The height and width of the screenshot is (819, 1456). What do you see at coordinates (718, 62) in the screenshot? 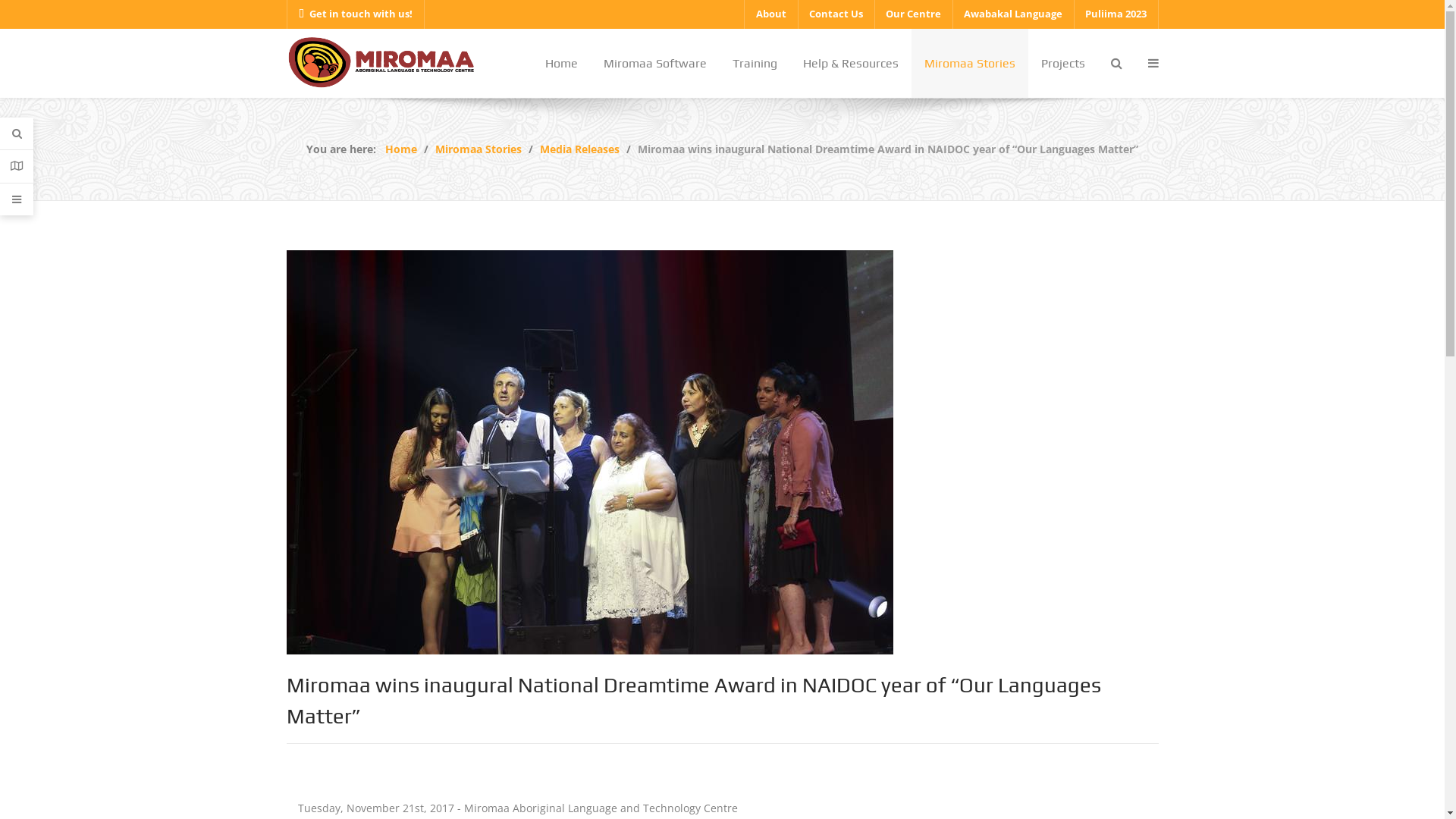
I see `'Training'` at bounding box center [718, 62].